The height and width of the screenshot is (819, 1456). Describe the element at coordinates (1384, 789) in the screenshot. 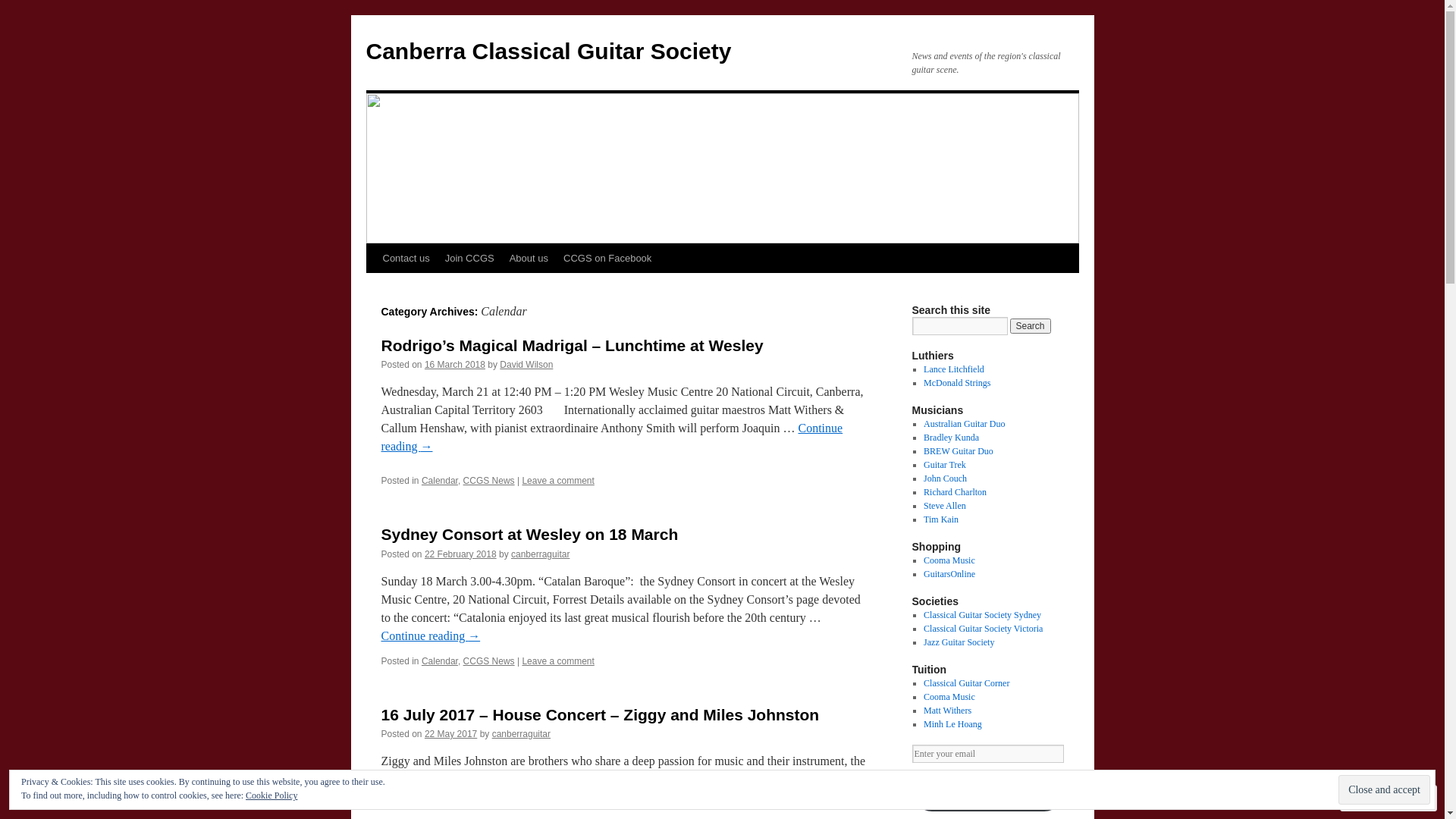

I see `'Close and accept'` at that location.